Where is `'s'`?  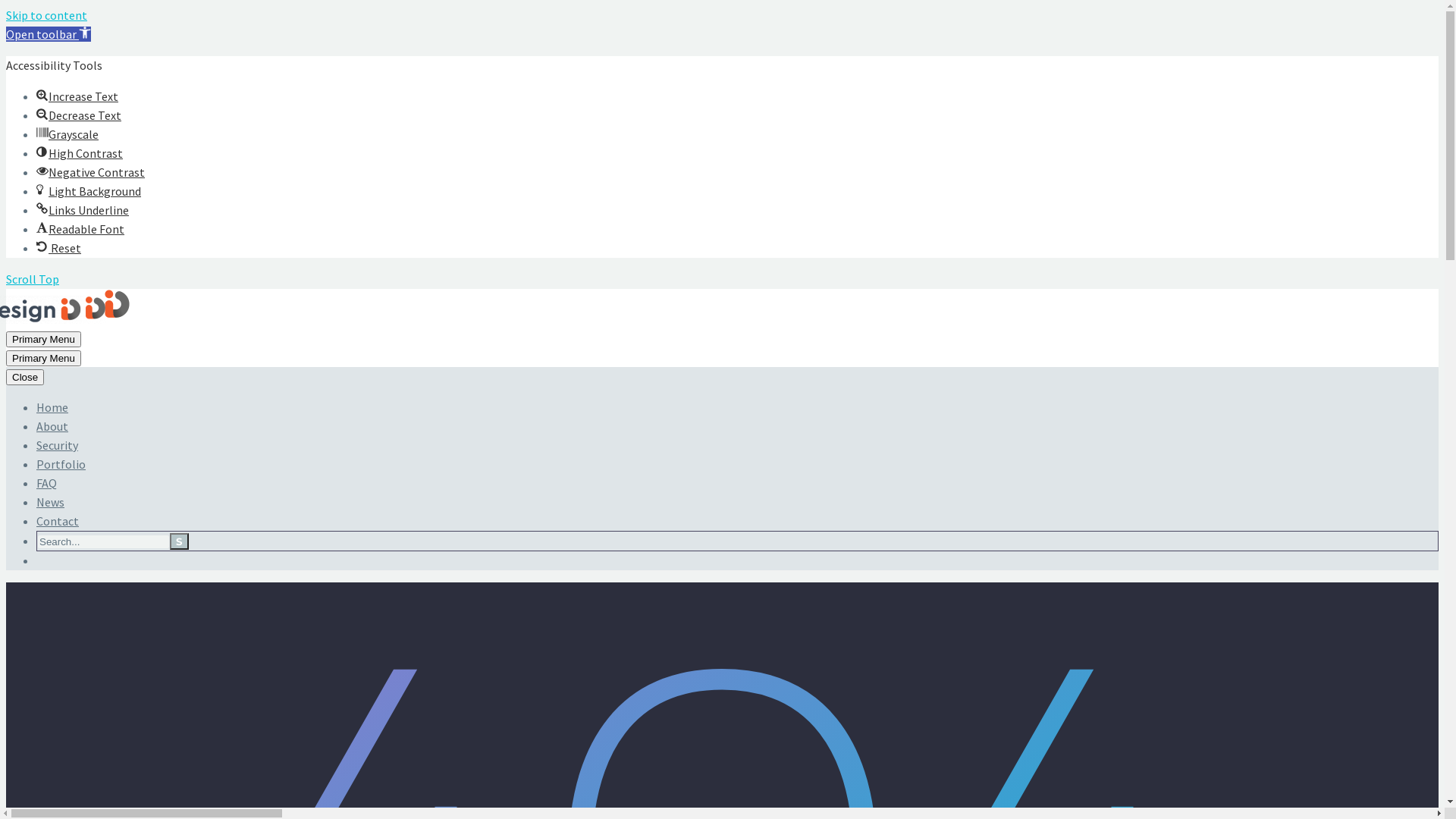
's' is located at coordinates (179, 540).